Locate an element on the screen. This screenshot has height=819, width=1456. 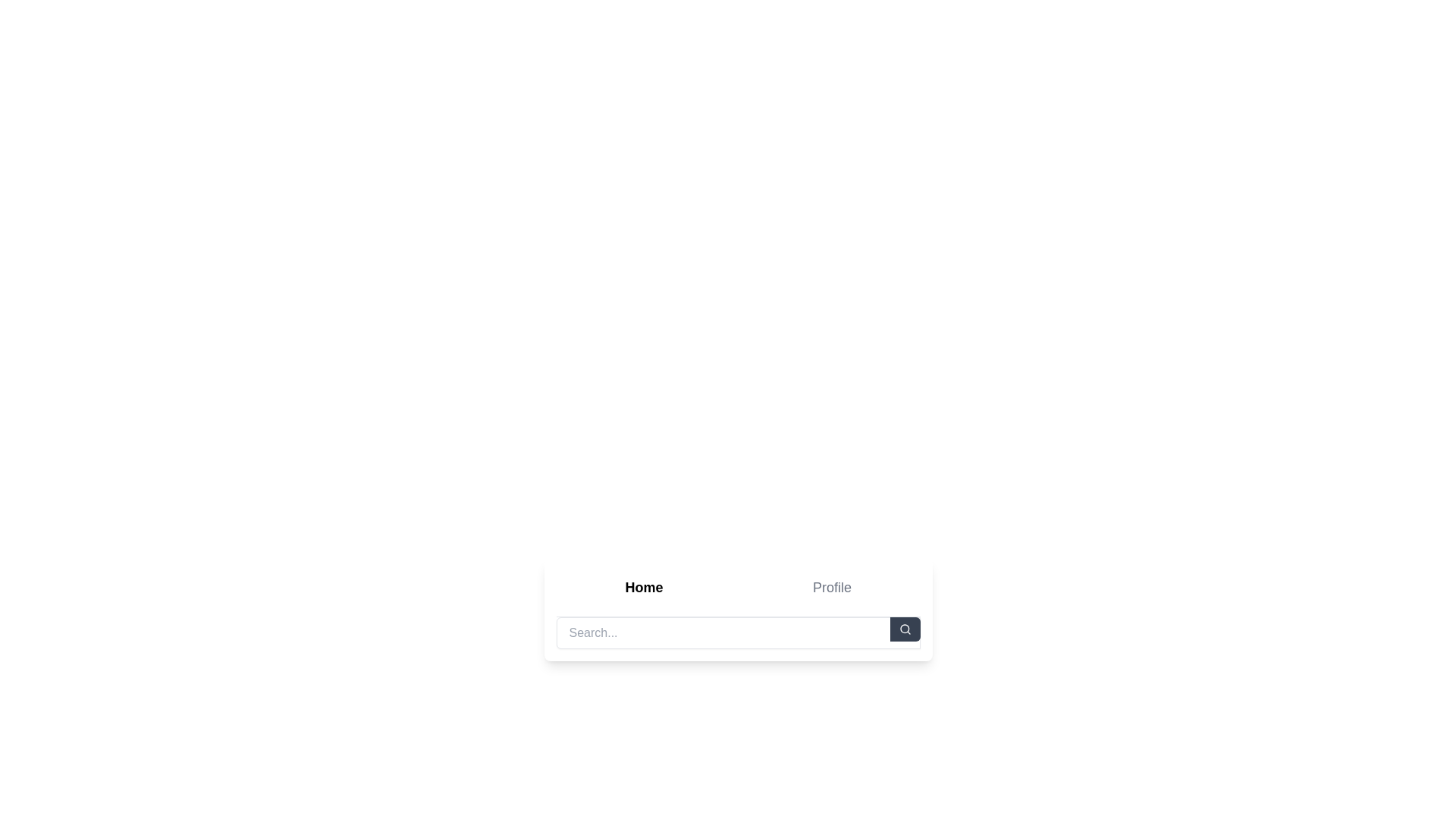
the Tab selection area element containing the labels 'Home' and 'Profile' is located at coordinates (738, 593).